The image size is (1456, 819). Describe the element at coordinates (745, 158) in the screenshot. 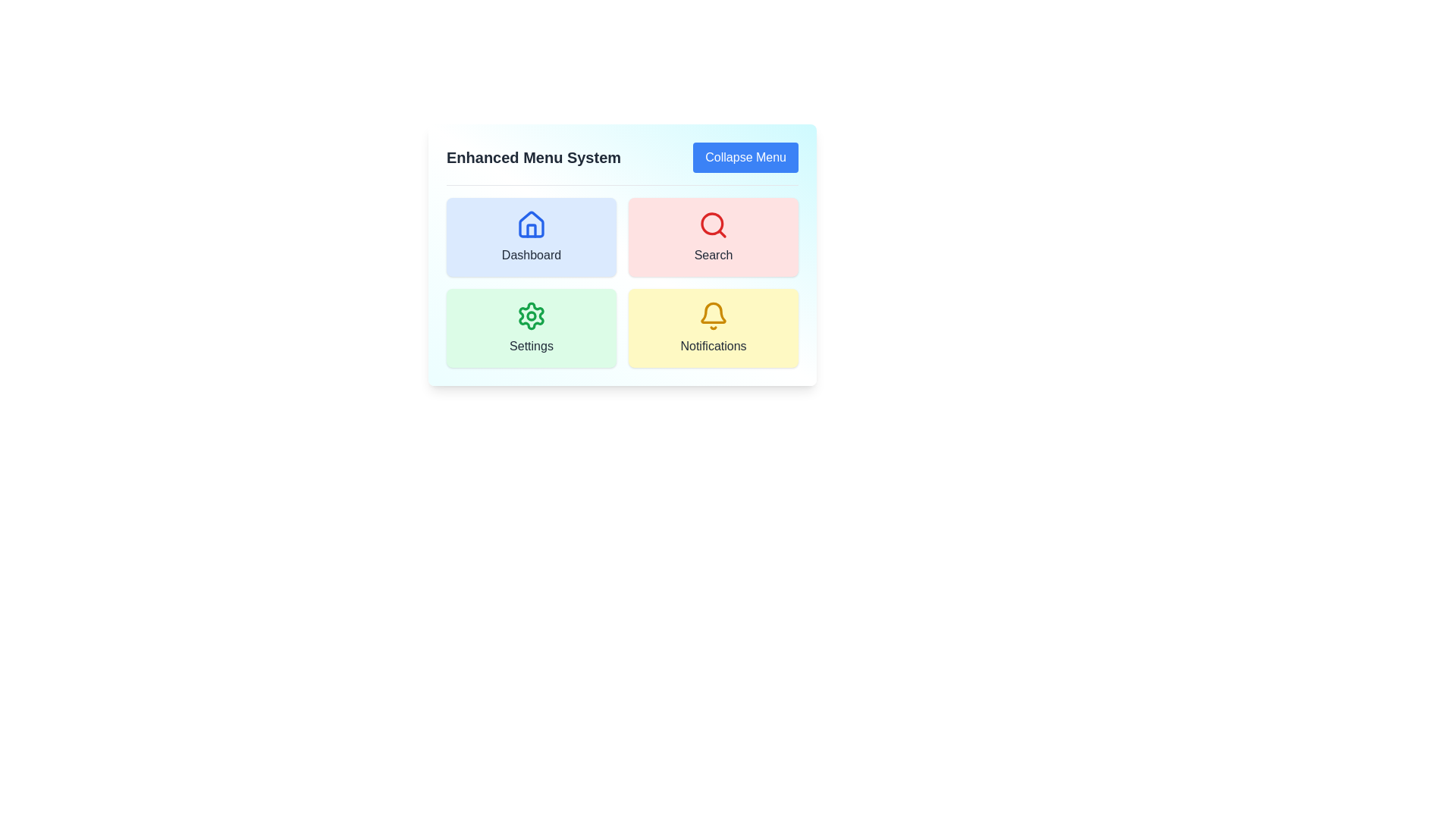

I see `the 'Collapse Menu' button, which is a rectangular button with a blue background and white text, located on the far-right side of the 'Enhanced Menu System' section` at that location.